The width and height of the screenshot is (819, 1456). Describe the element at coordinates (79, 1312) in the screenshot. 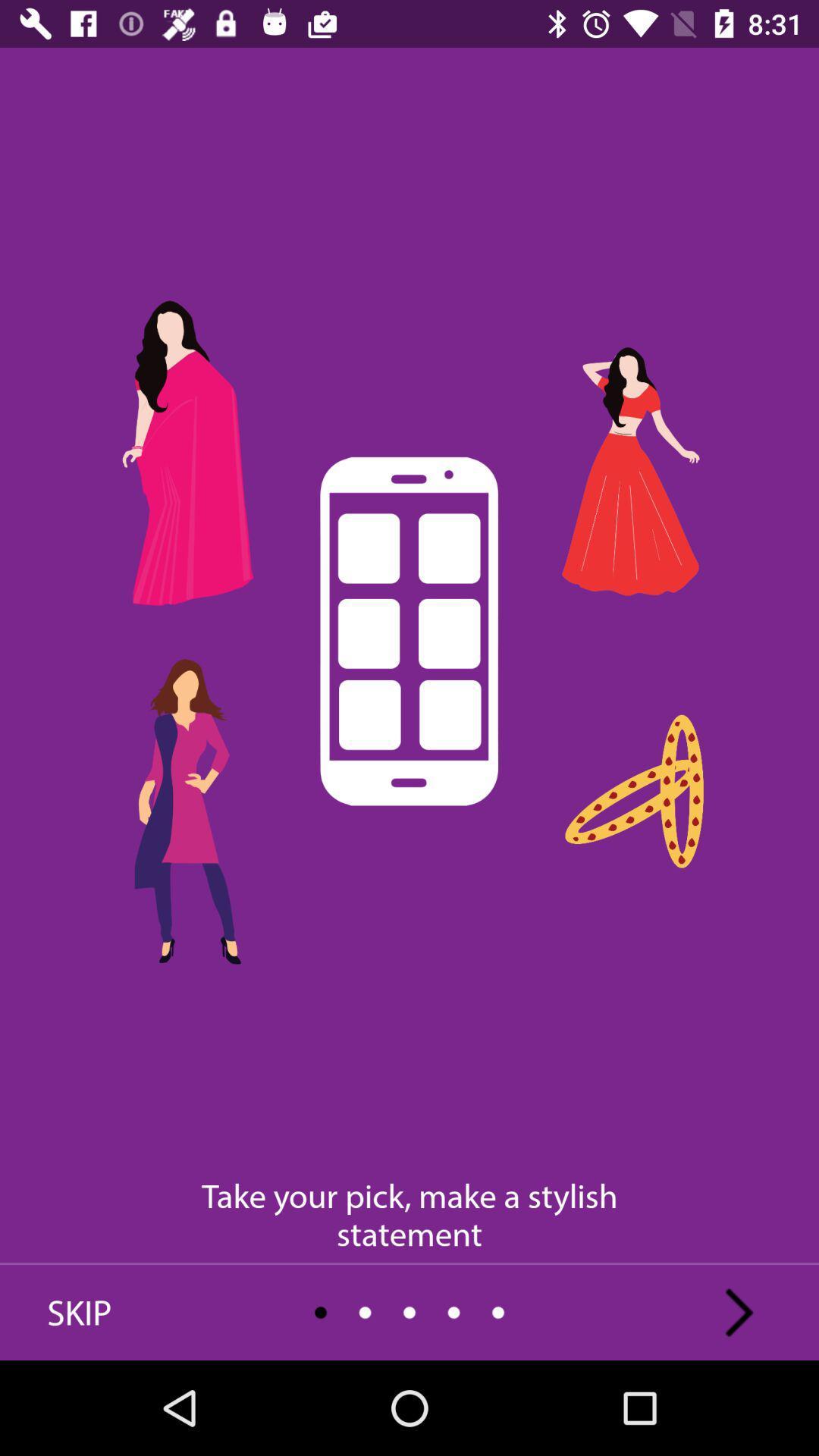

I see `the icon next to the take your pick item` at that location.